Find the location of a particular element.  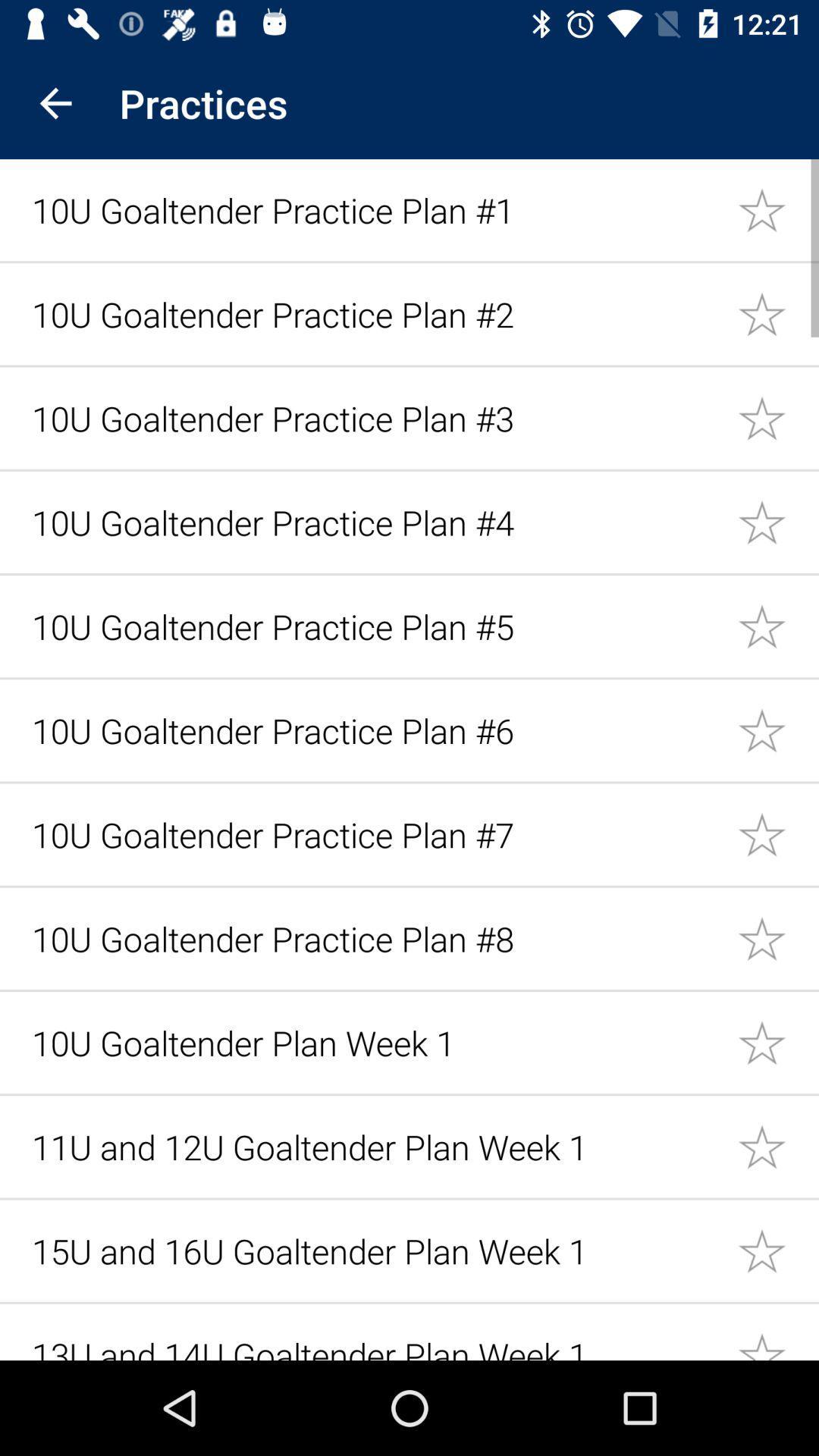

to favorites is located at coordinates (778, 418).